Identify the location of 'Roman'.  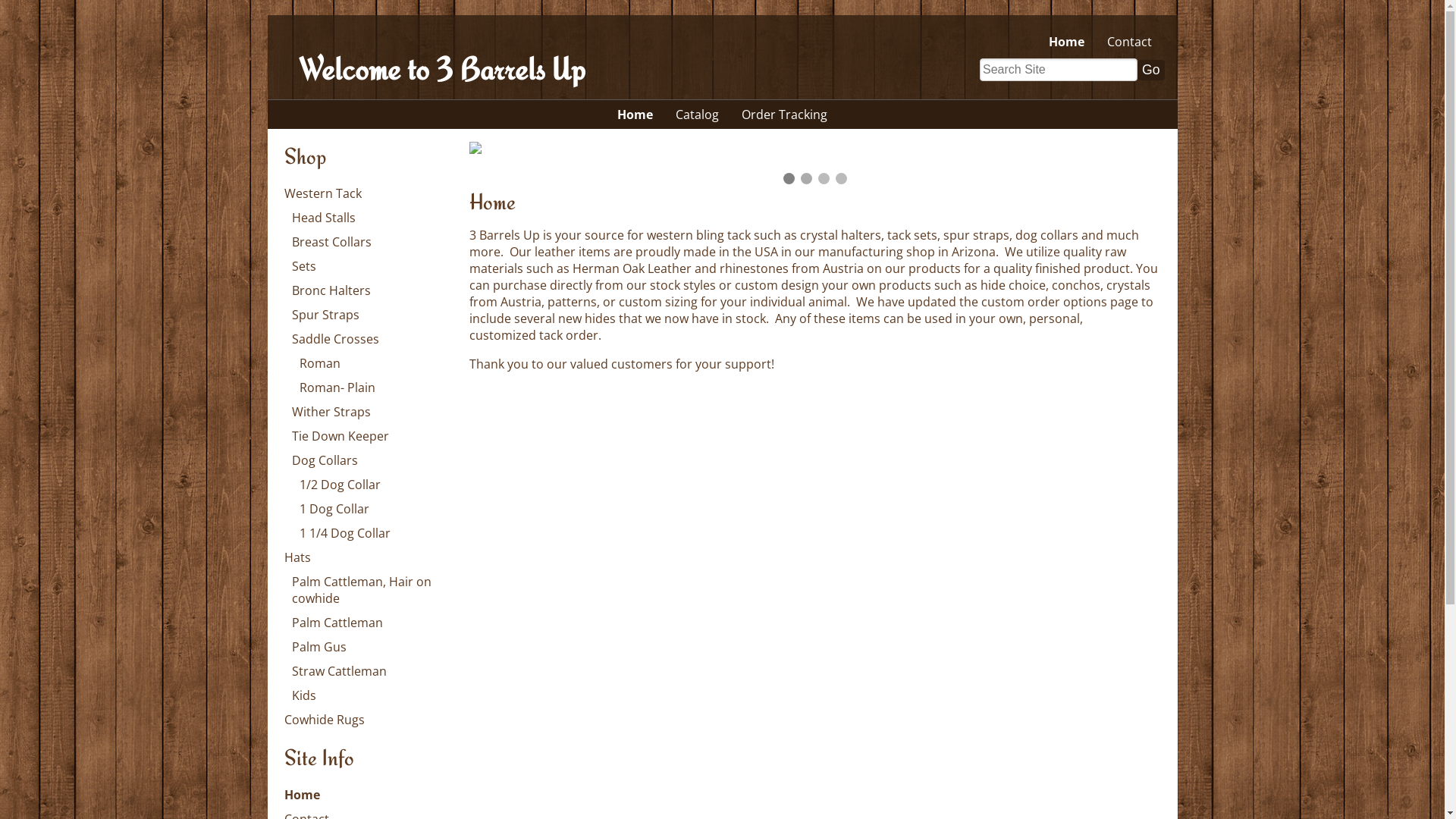
(298, 362).